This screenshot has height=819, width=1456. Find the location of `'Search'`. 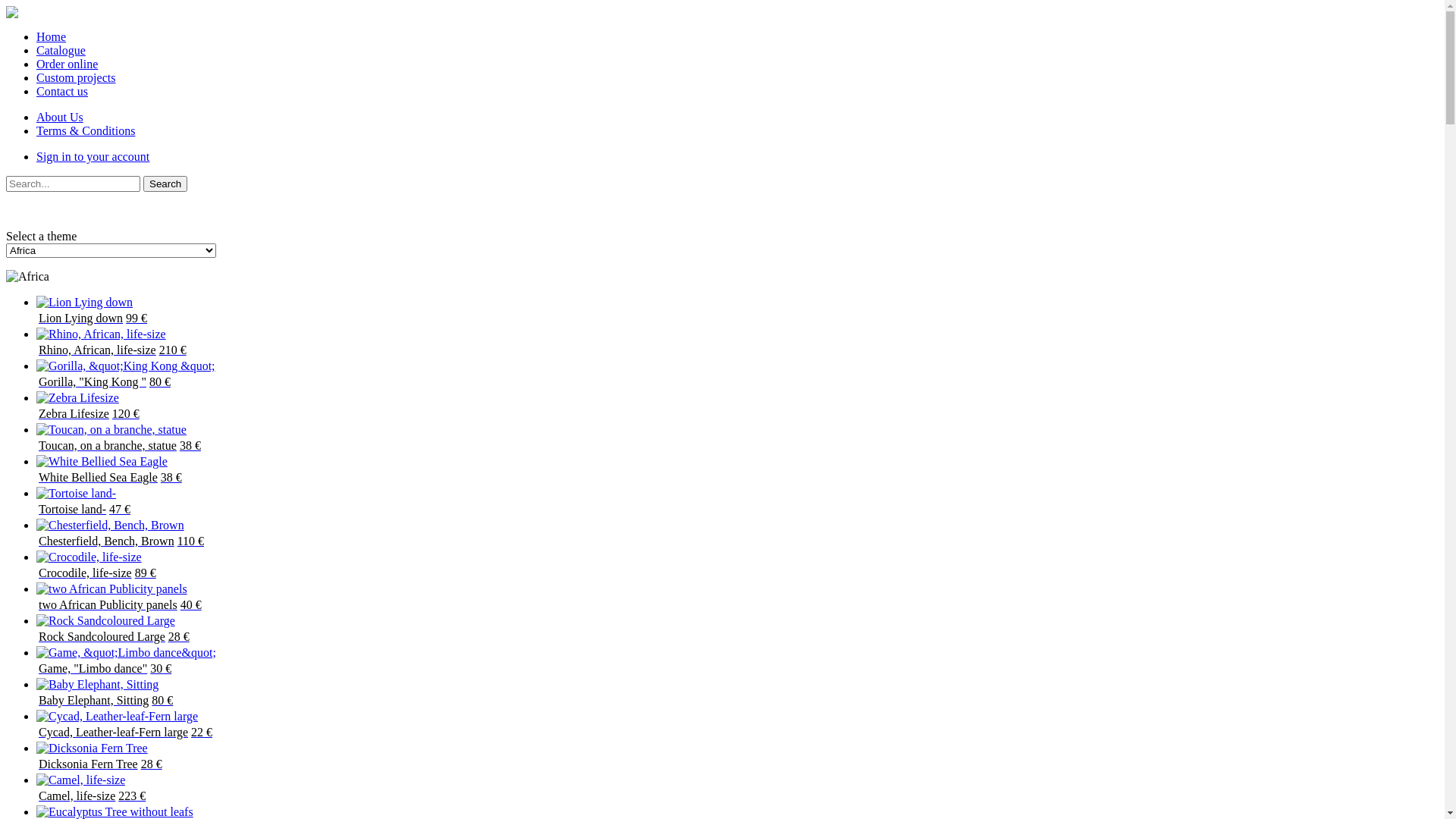

'Search' is located at coordinates (165, 183).